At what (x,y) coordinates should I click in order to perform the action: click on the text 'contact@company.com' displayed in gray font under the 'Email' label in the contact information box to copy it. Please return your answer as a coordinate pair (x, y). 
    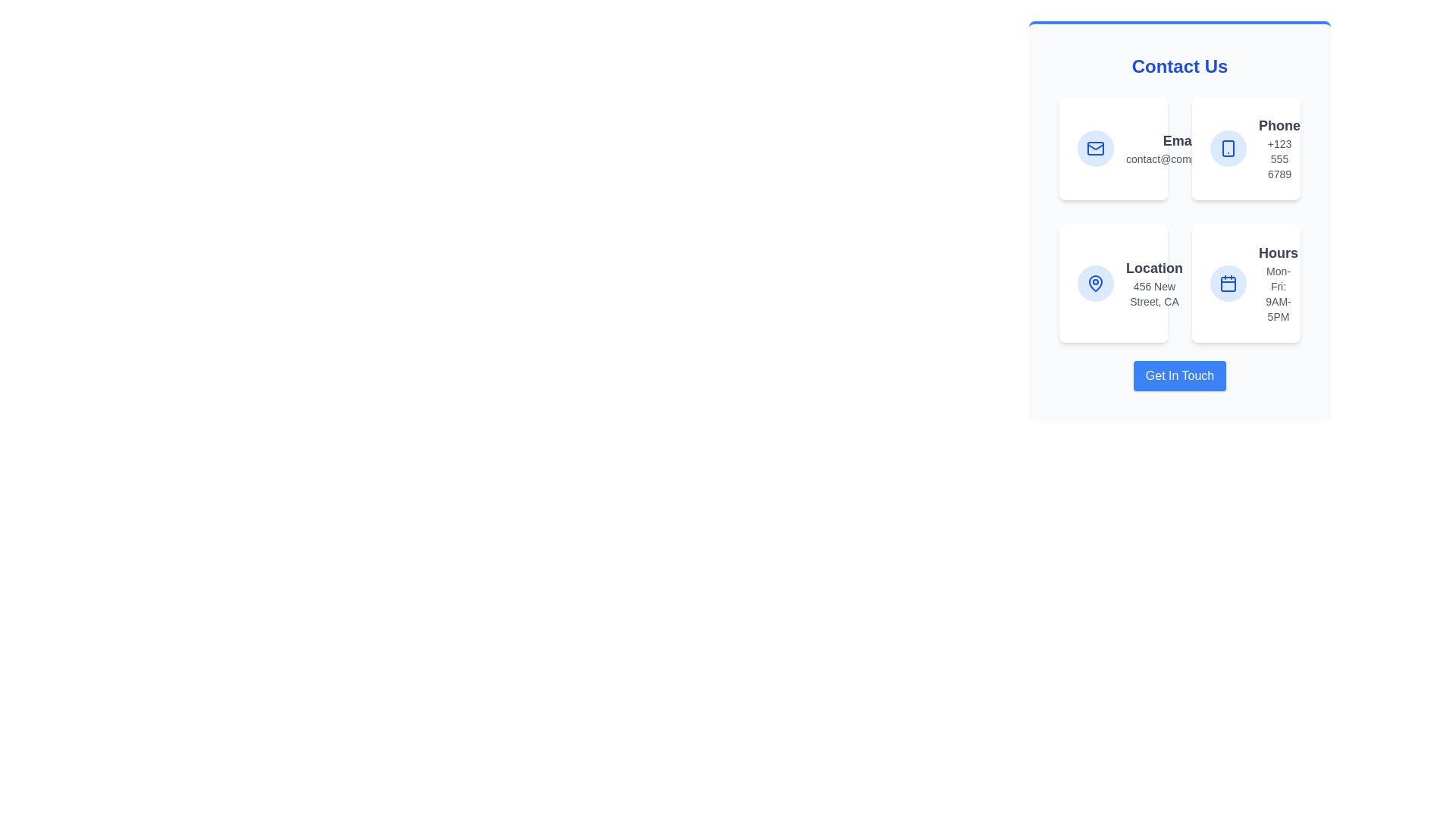
    Looking at the image, I should click on (1180, 158).